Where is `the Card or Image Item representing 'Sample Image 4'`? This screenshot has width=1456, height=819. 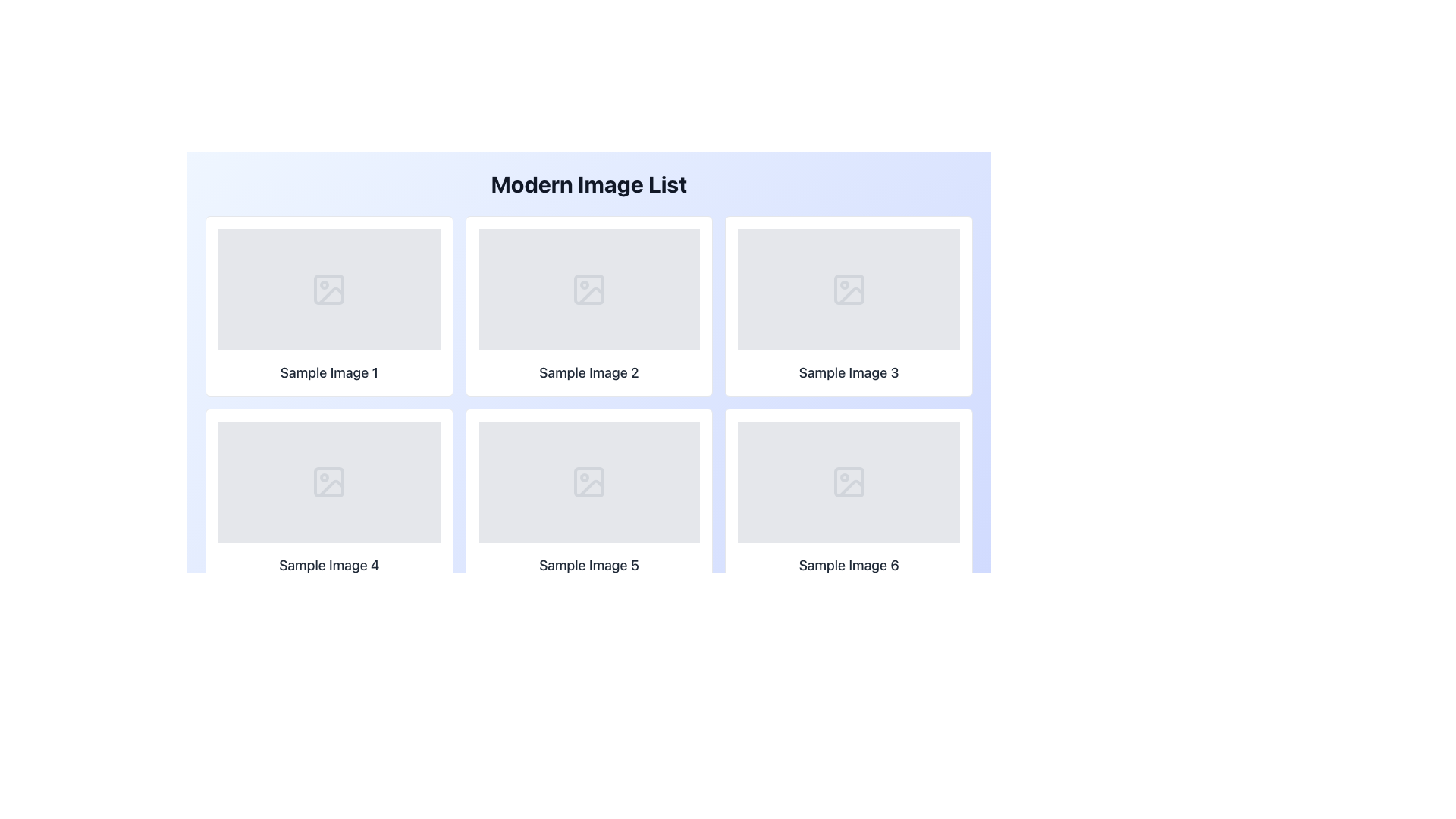 the Card or Image Item representing 'Sample Image 4' is located at coordinates (328, 499).